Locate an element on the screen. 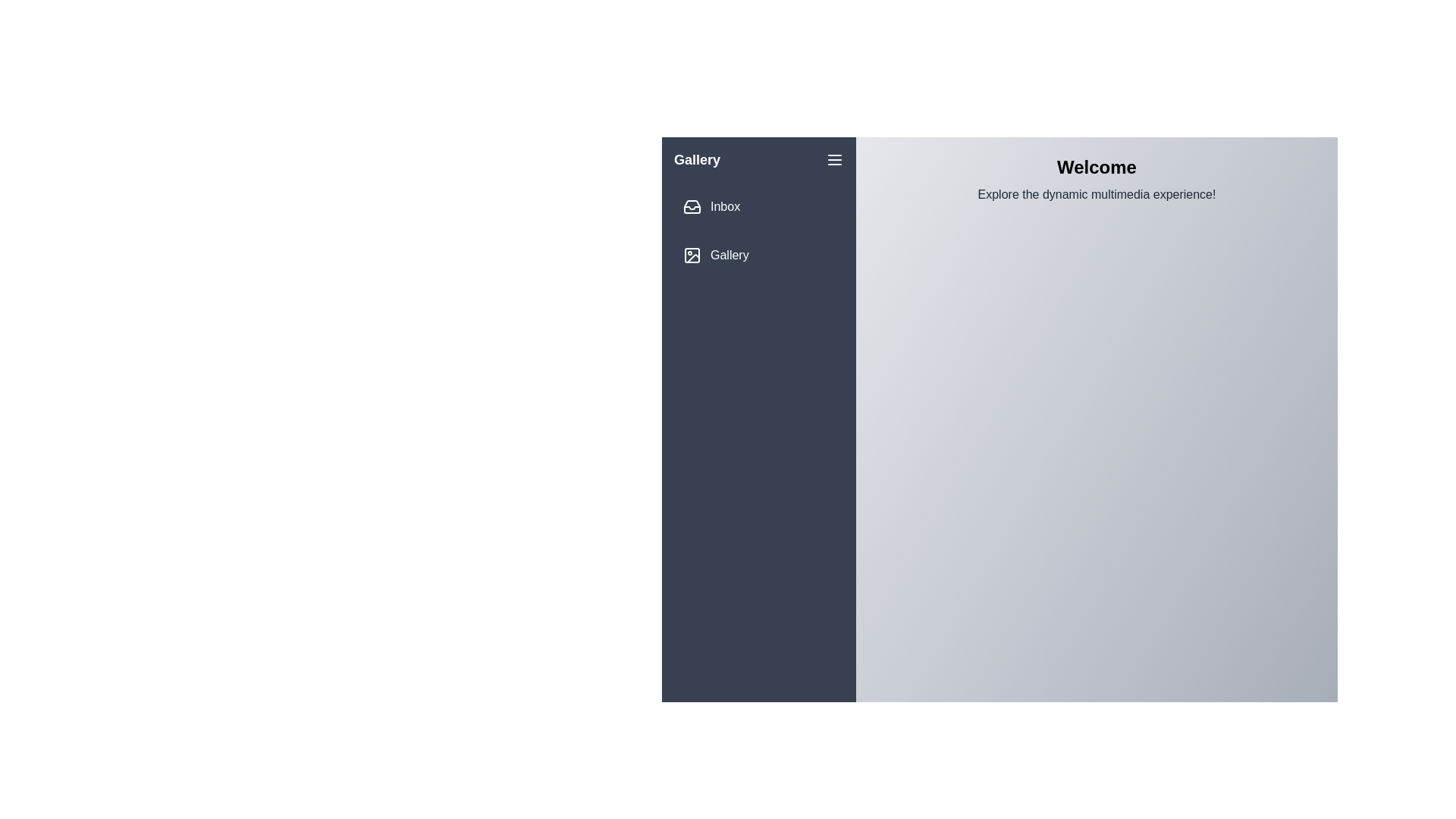 The image size is (1456, 819). the icon resembling a flat, open inbox or tray, which is located in the left sidebar adjacent to the 'Inbox' label is located at coordinates (691, 207).